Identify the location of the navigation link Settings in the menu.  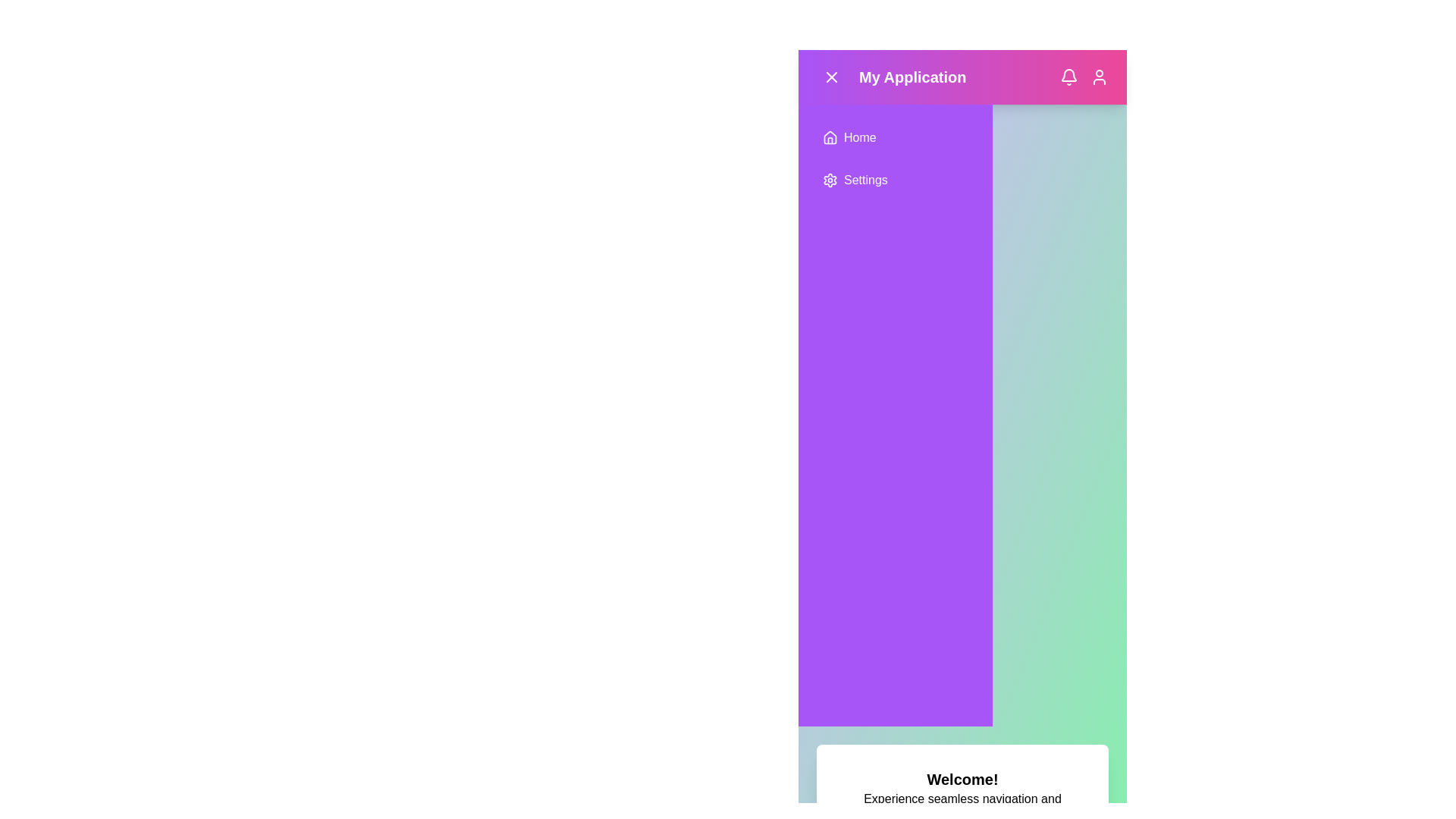
(895, 180).